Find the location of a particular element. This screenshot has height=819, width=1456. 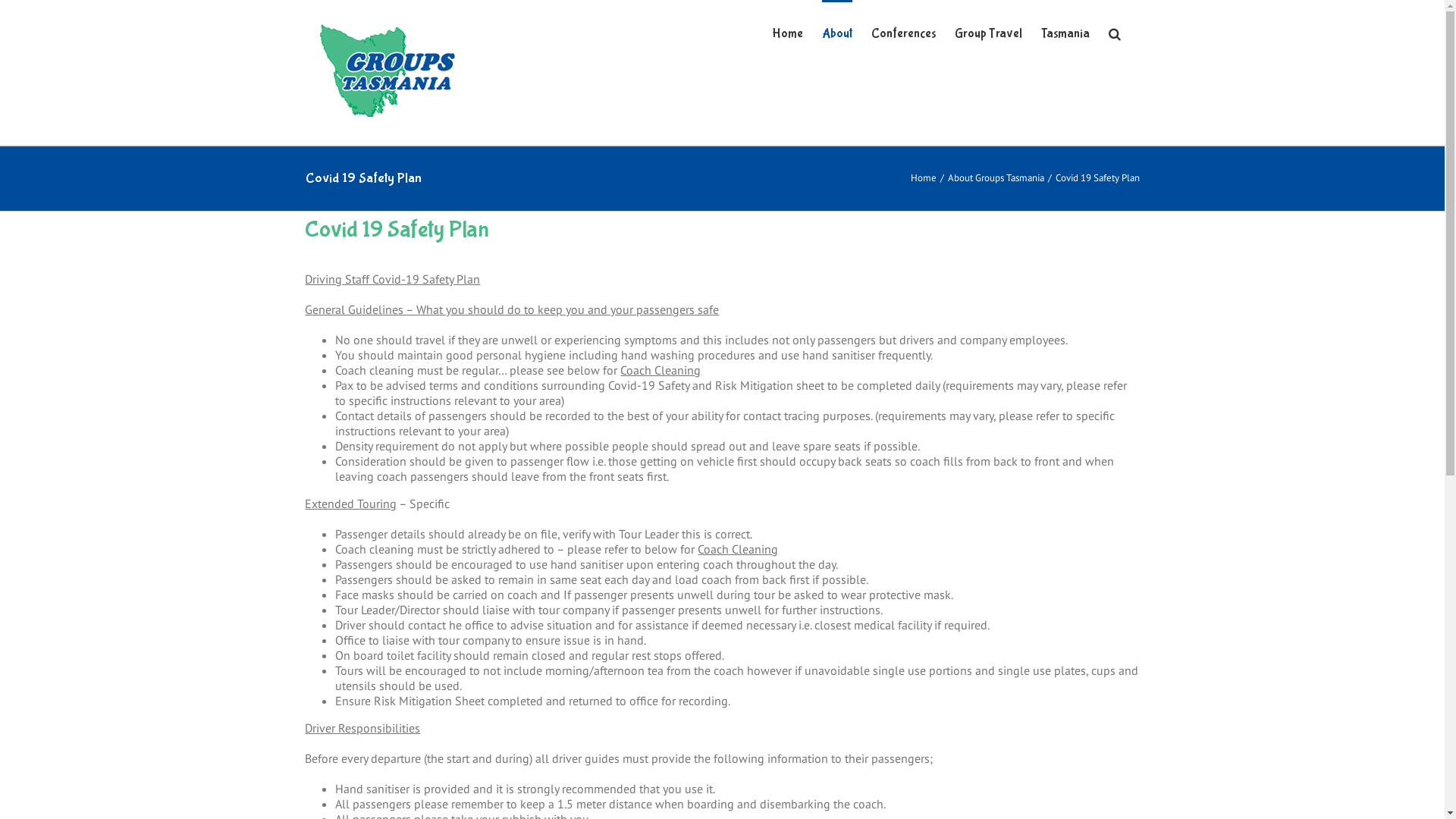

'Conferences' is located at coordinates (902, 32).